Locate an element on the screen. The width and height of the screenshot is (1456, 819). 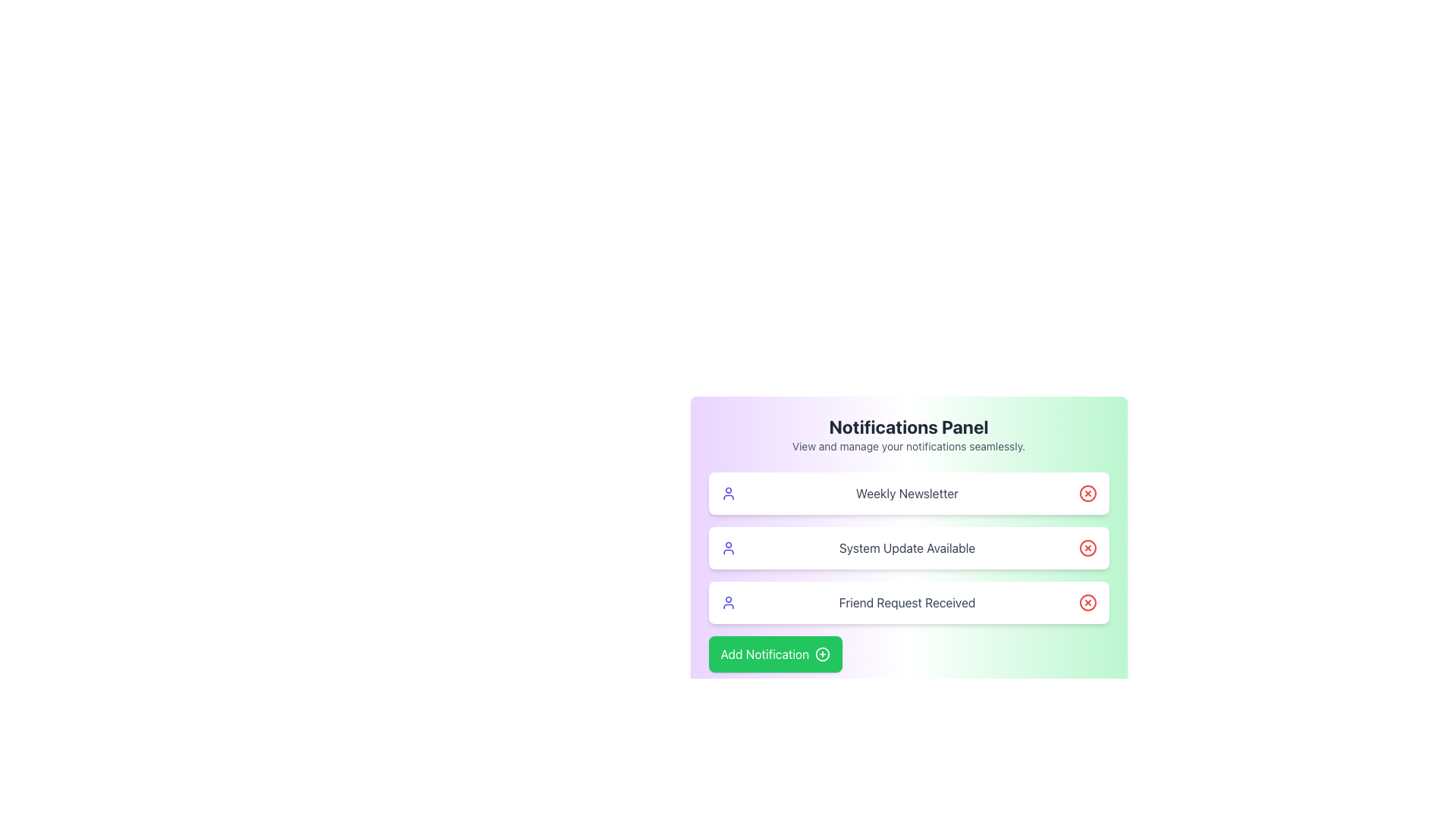
the second notification card indicating 'System Update Available' in the Notifications Panel is located at coordinates (908, 548).